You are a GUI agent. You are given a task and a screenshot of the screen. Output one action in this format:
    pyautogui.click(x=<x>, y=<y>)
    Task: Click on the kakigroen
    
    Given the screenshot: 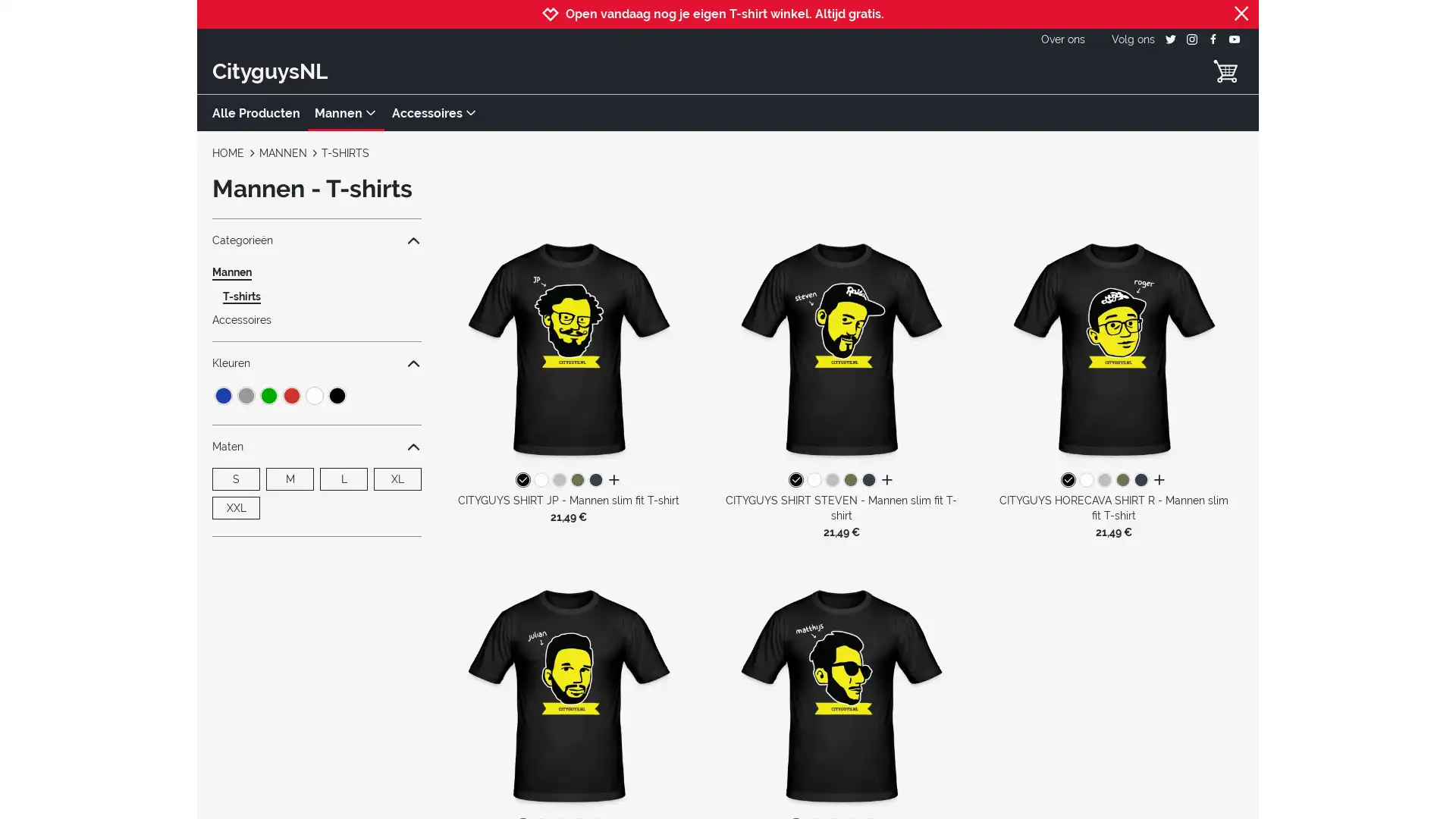 What is the action you would take?
    pyautogui.click(x=850, y=480)
    